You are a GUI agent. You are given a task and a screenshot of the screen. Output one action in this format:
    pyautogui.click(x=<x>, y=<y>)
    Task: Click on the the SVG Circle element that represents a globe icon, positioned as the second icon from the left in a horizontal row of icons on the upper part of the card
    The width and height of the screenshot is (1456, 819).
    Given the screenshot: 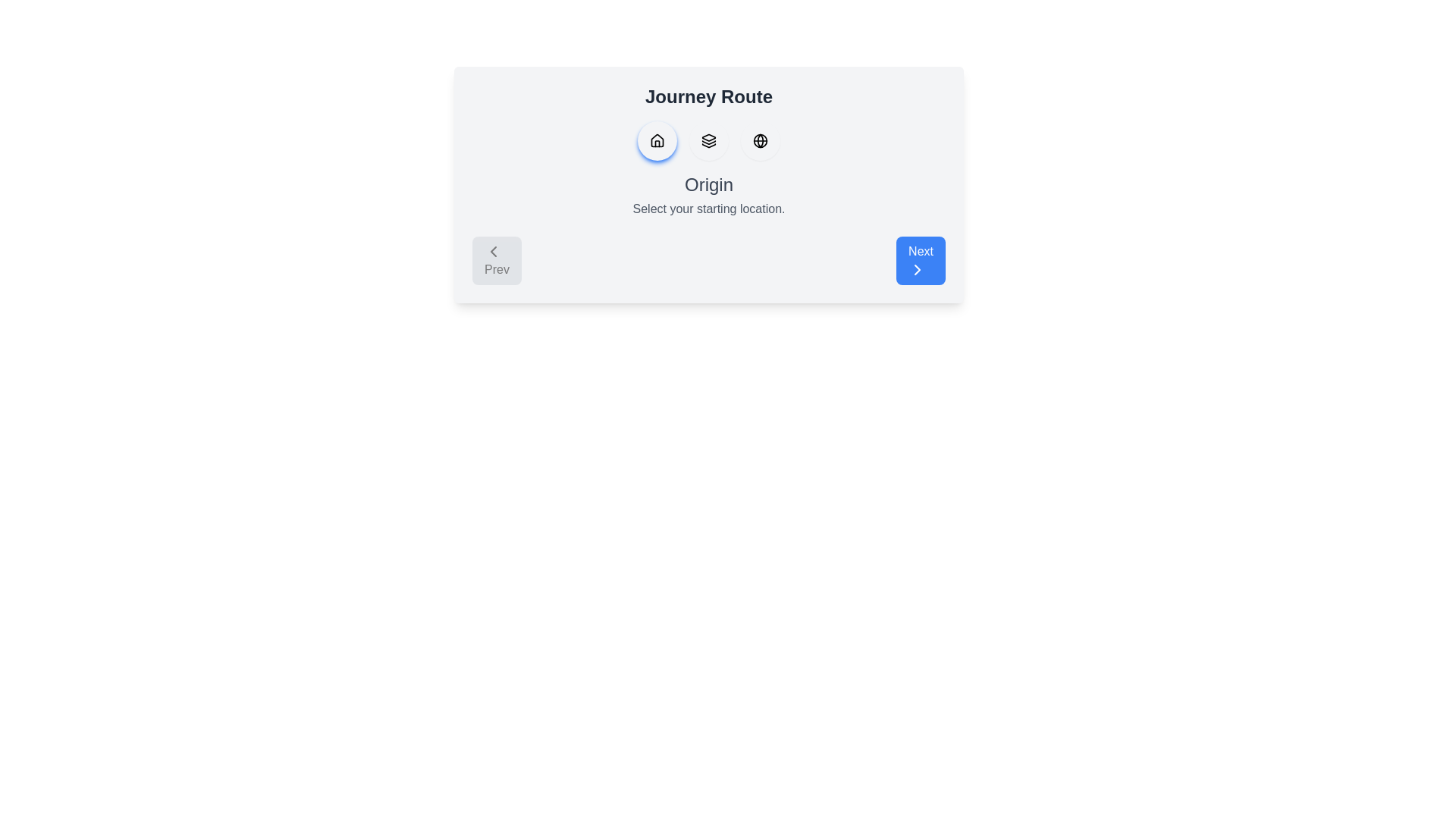 What is the action you would take?
    pyautogui.click(x=761, y=140)
    